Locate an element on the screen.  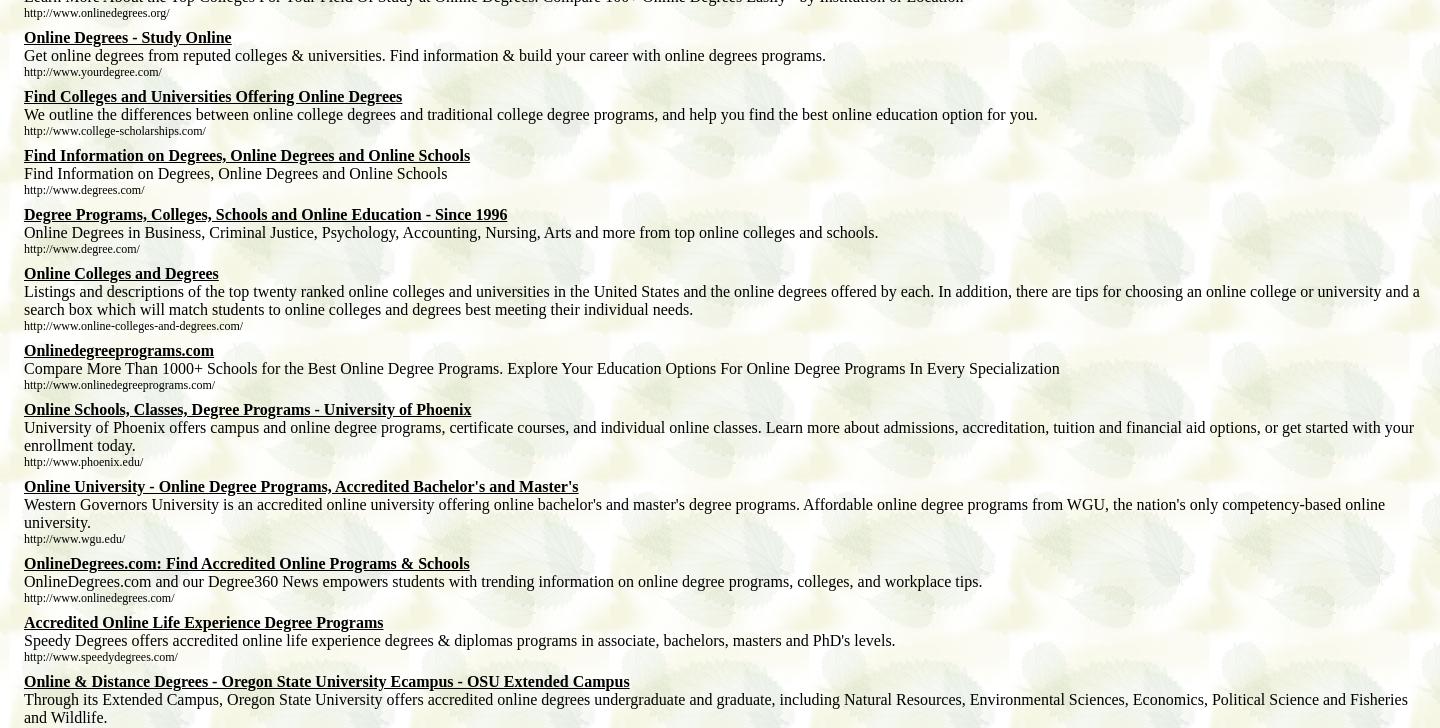
'Online University - Online Degree Programs, Accredited Bachelor's and Master's' is located at coordinates (299, 485).